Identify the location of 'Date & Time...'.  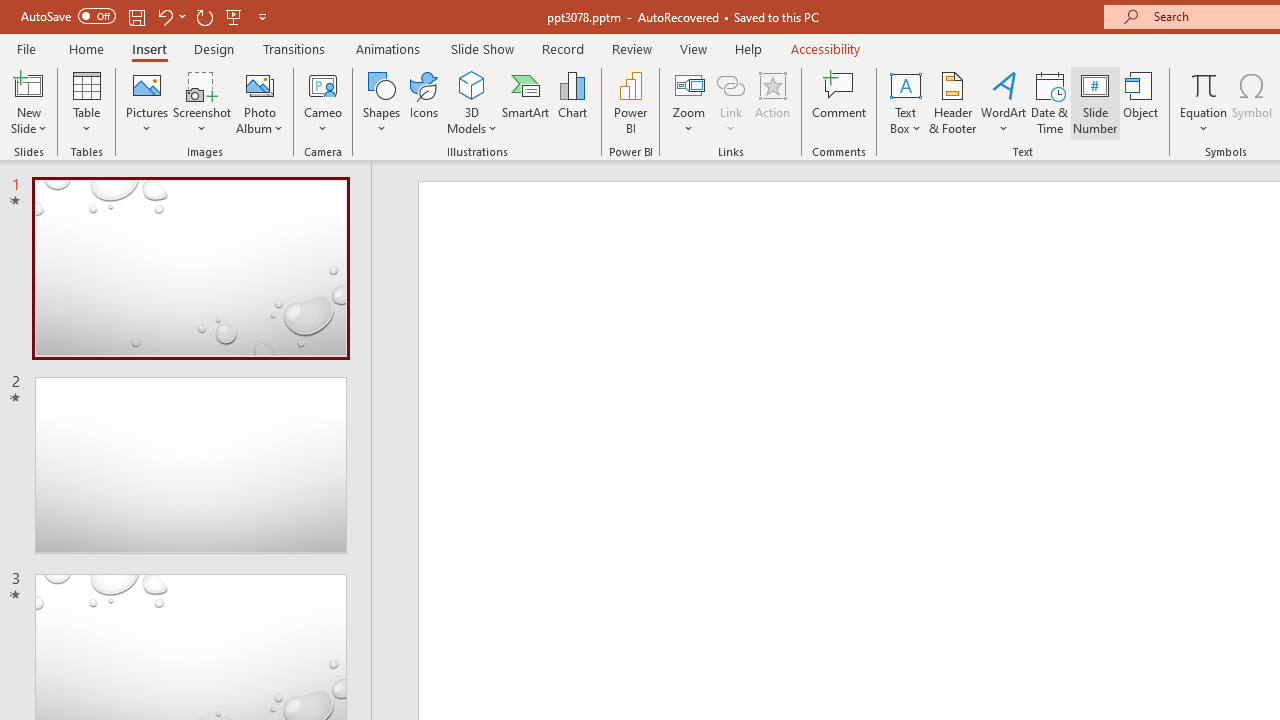
(1049, 103).